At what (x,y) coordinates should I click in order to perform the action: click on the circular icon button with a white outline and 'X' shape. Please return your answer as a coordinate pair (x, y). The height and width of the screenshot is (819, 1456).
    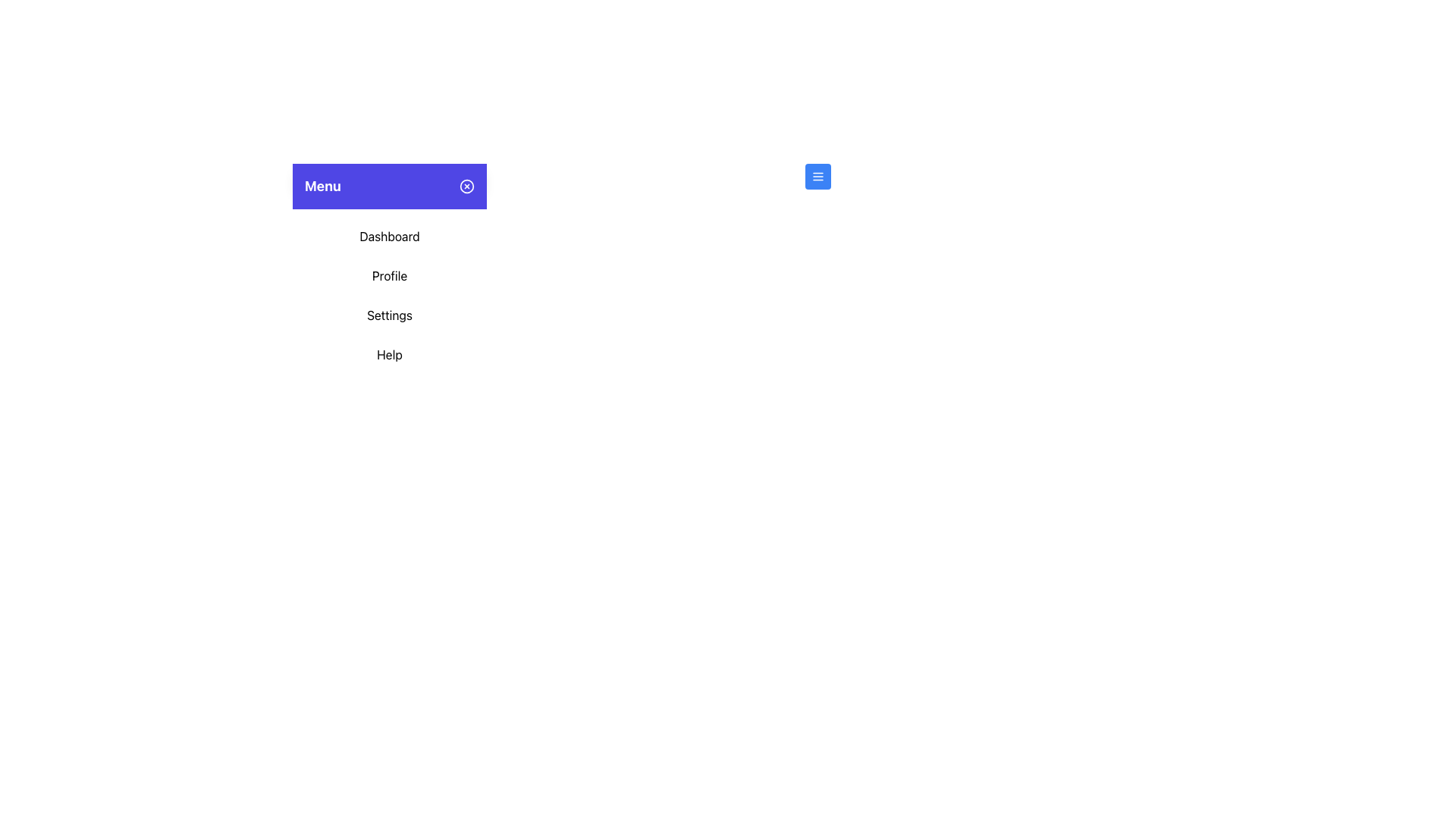
    Looking at the image, I should click on (466, 186).